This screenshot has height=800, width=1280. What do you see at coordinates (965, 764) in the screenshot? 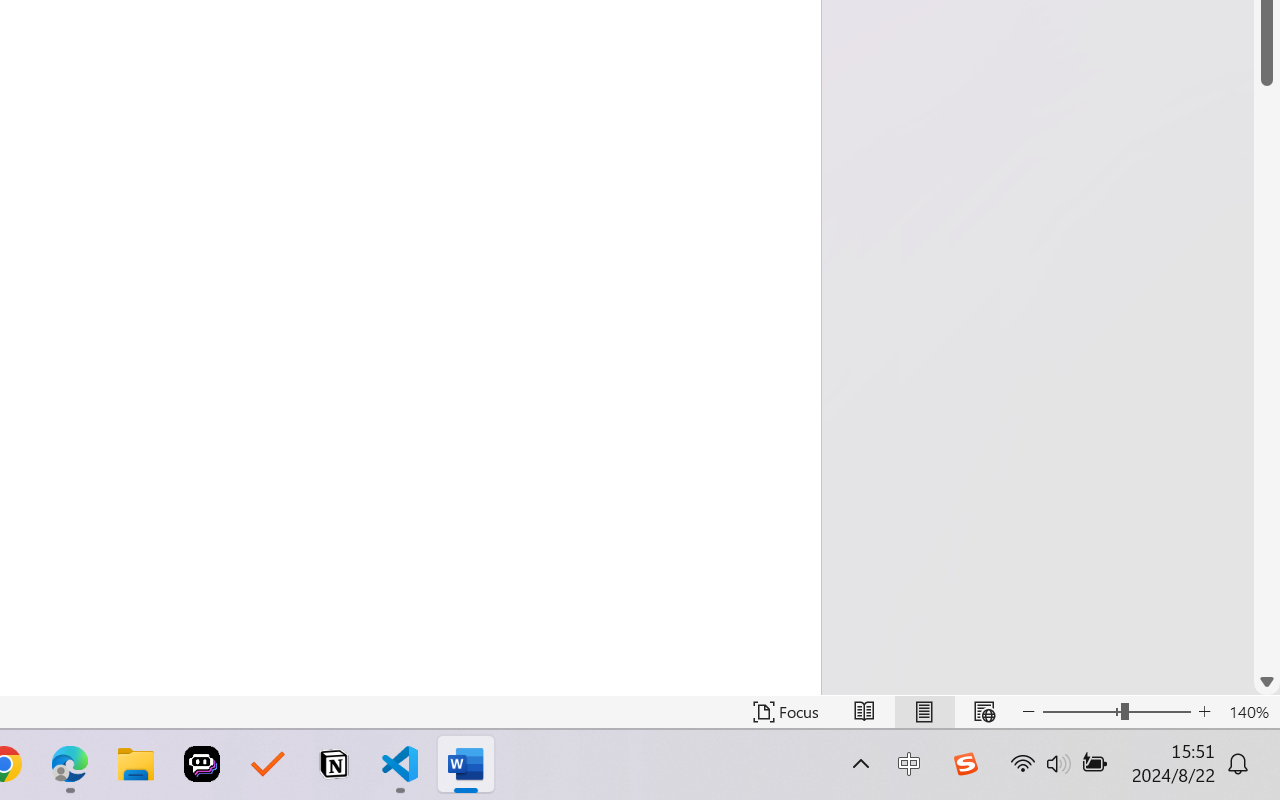
I see `'Class: Image'` at bounding box center [965, 764].